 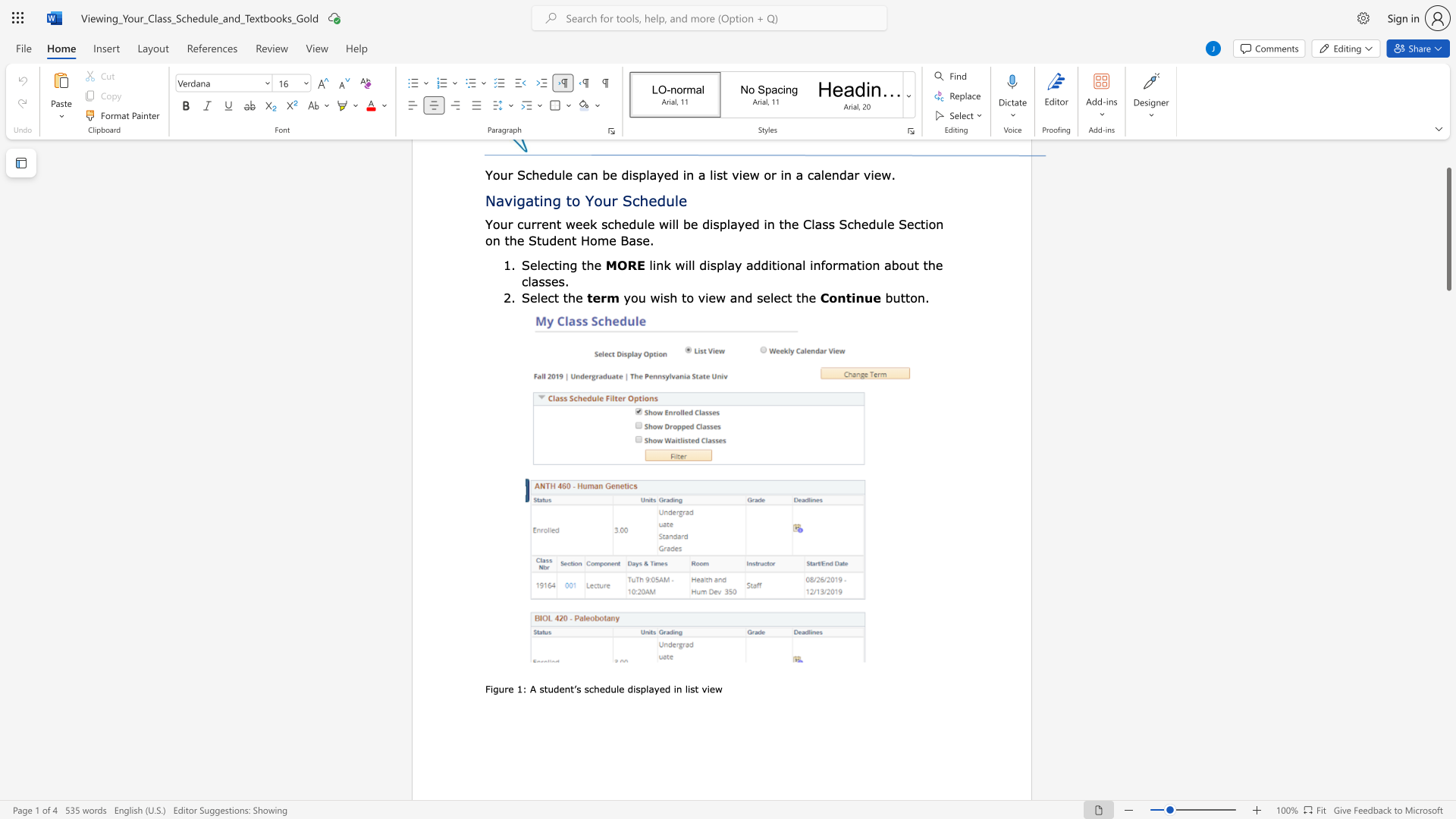 What do you see at coordinates (1448, 229) in the screenshot?
I see `the scrollbar and move up 150 pixels` at bounding box center [1448, 229].